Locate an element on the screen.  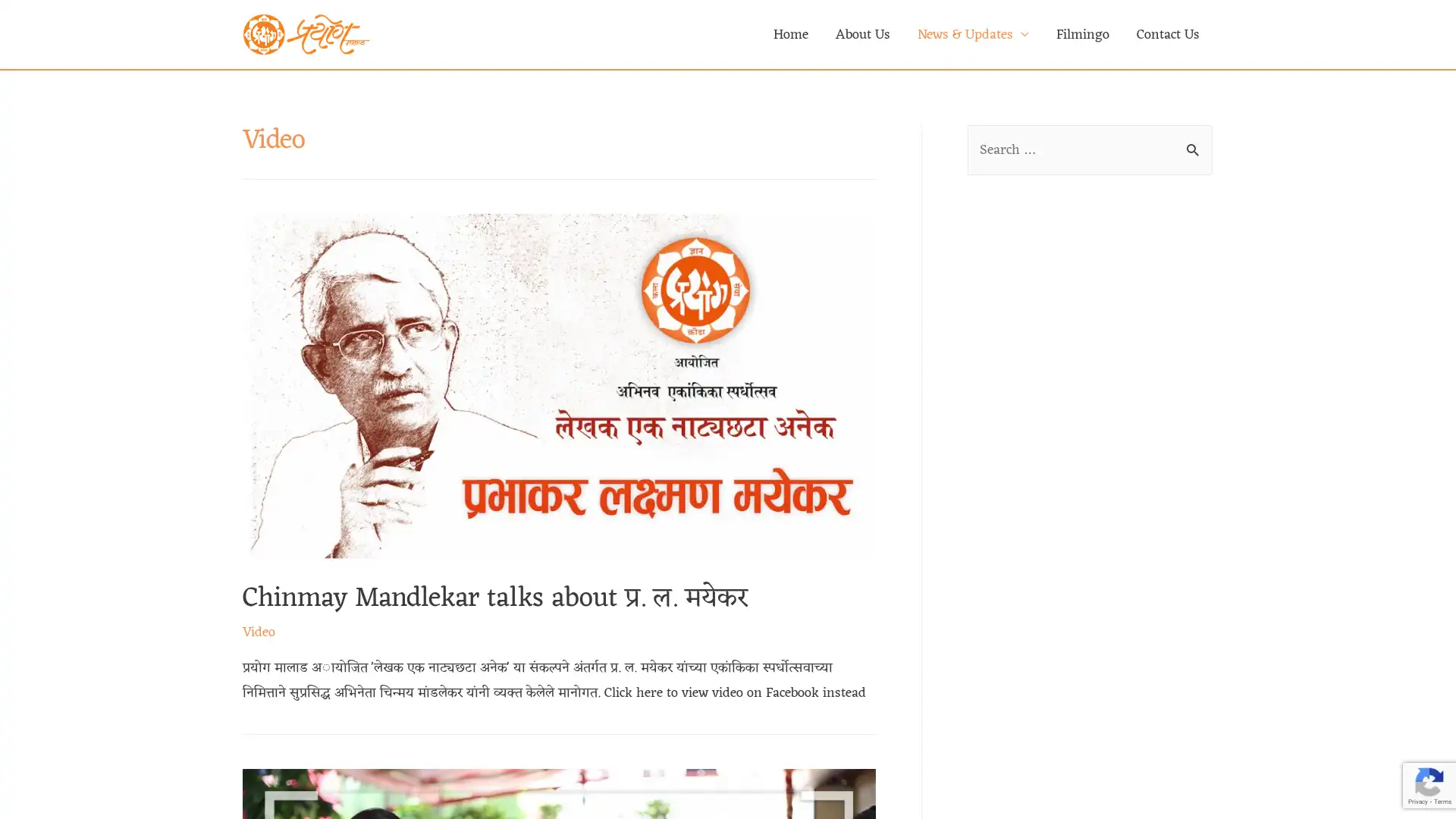
Search is located at coordinates (1194, 141).